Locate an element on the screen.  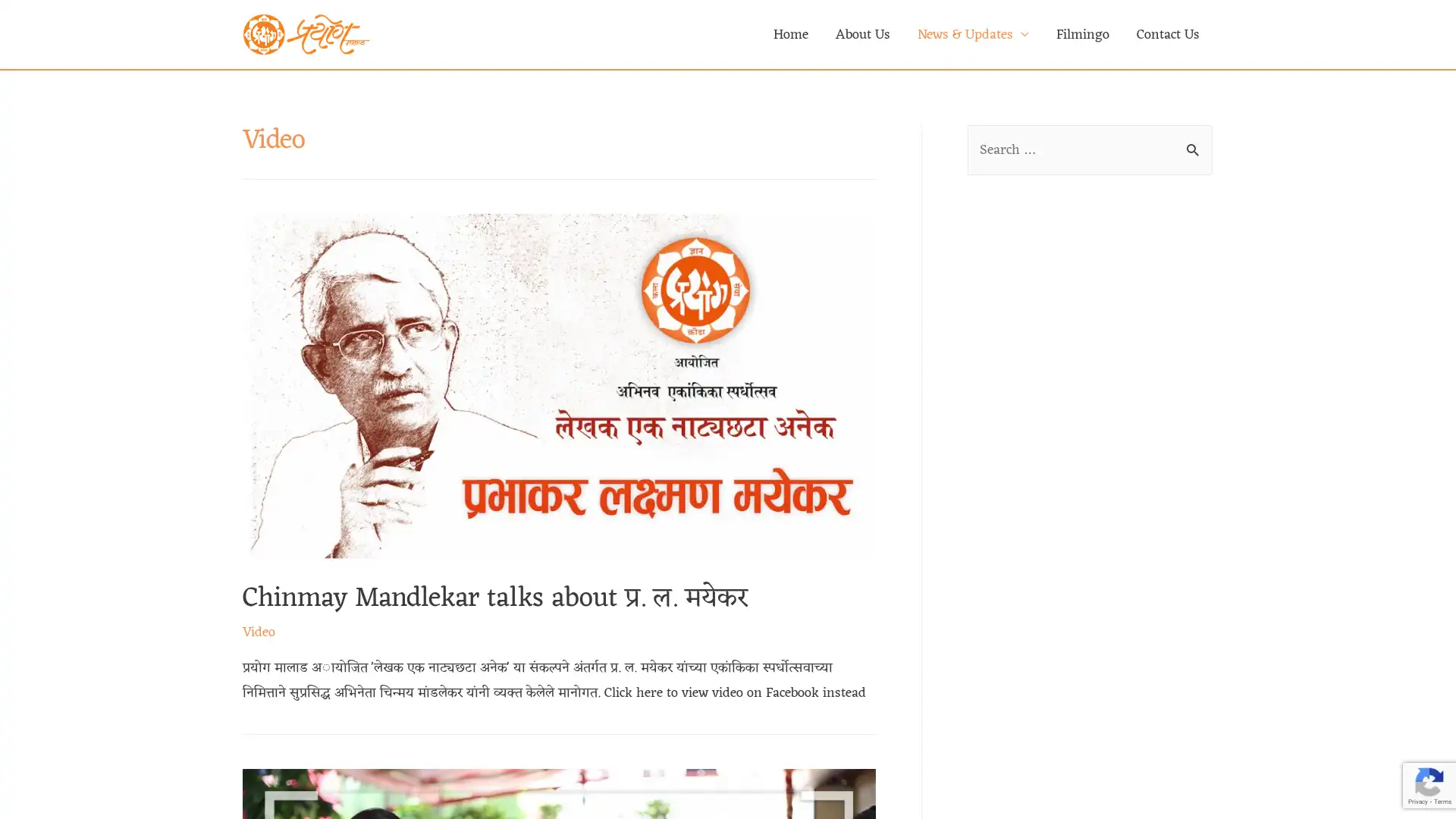
Search is located at coordinates (1194, 141).